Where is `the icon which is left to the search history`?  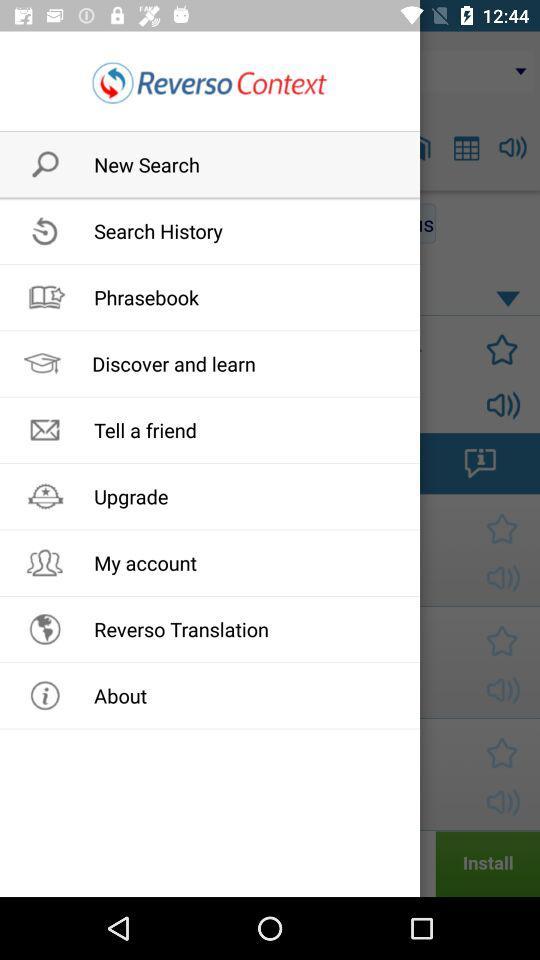
the icon which is left to the search history is located at coordinates (39, 223).